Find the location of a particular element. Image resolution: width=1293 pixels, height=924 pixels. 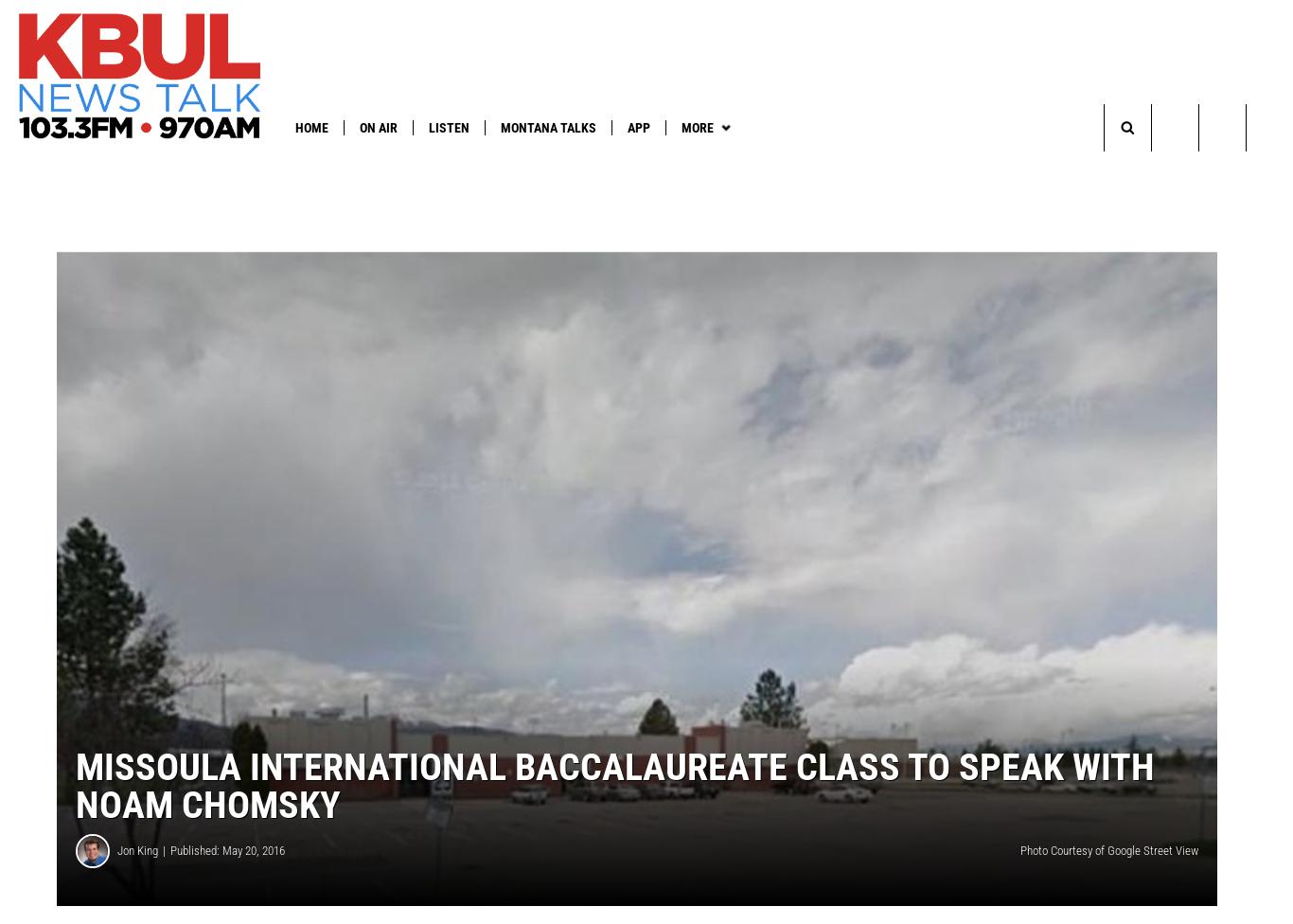

'Statewide News' is located at coordinates (453, 165).